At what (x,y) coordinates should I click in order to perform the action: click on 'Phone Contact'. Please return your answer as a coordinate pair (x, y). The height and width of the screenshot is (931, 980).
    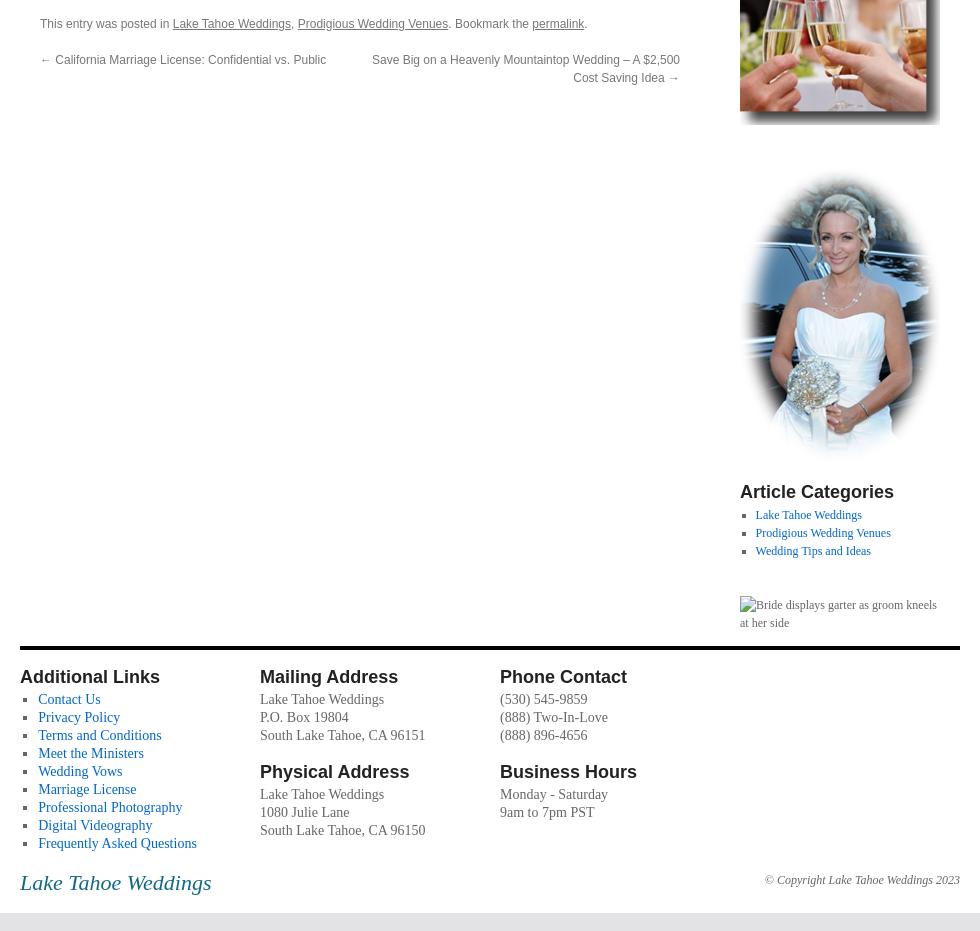
    Looking at the image, I should click on (563, 674).